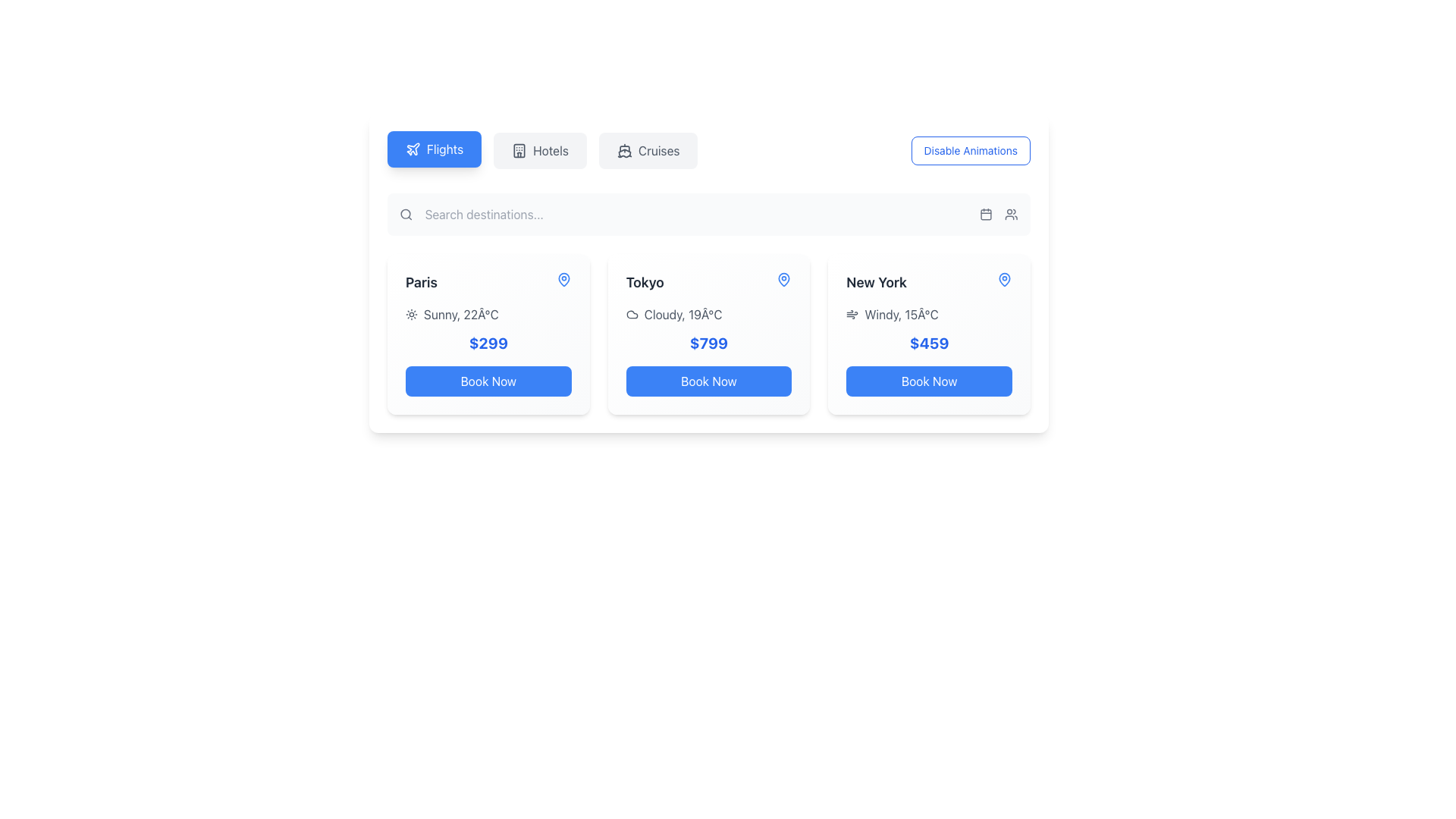 This screenshot has width=1456, height=819. I want to click on the icon depicting two user silhouettes, which is the last of three icons in a horizontal row located in the upper-right portion of the toolbar, so click(1012, 214).